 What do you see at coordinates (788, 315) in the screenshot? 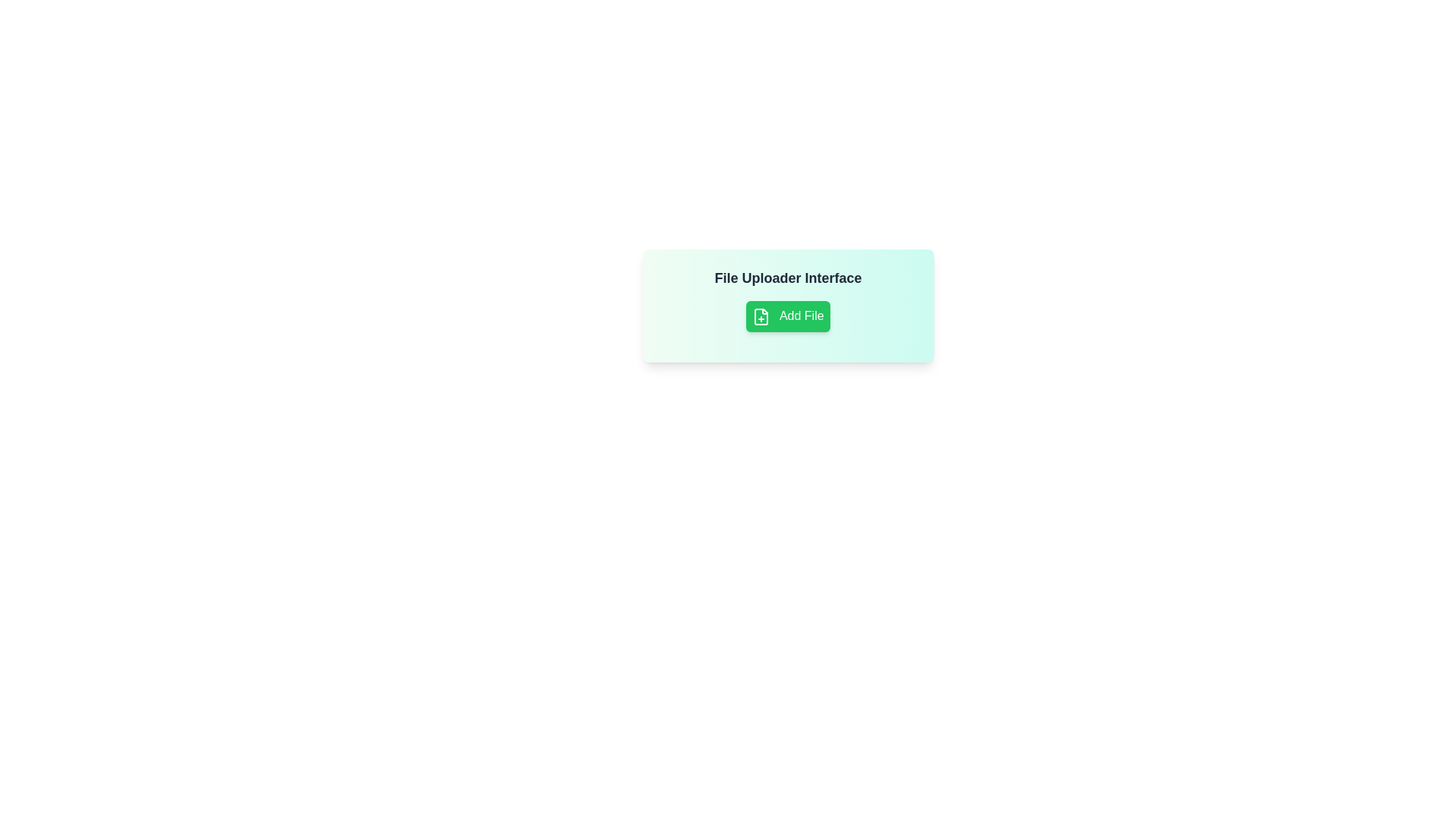
I see `the green button labeled 'Add File'` at bounding box center [788, 315].